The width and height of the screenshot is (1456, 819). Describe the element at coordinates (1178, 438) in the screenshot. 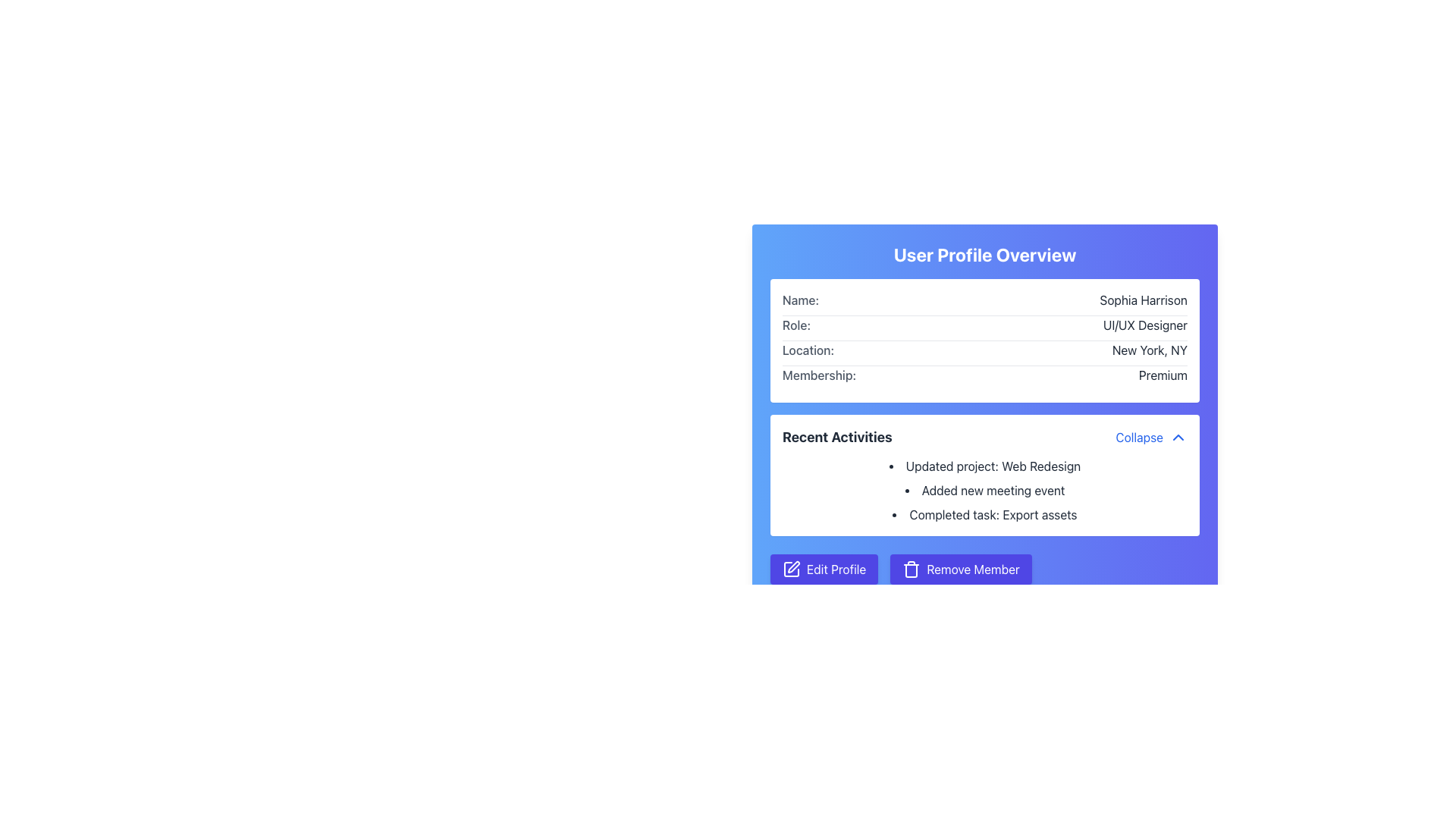

I see `the up-chevron icon located in the right-aligned section of the 'Collapse' text block in the 'Recent Activities' section` at that location.